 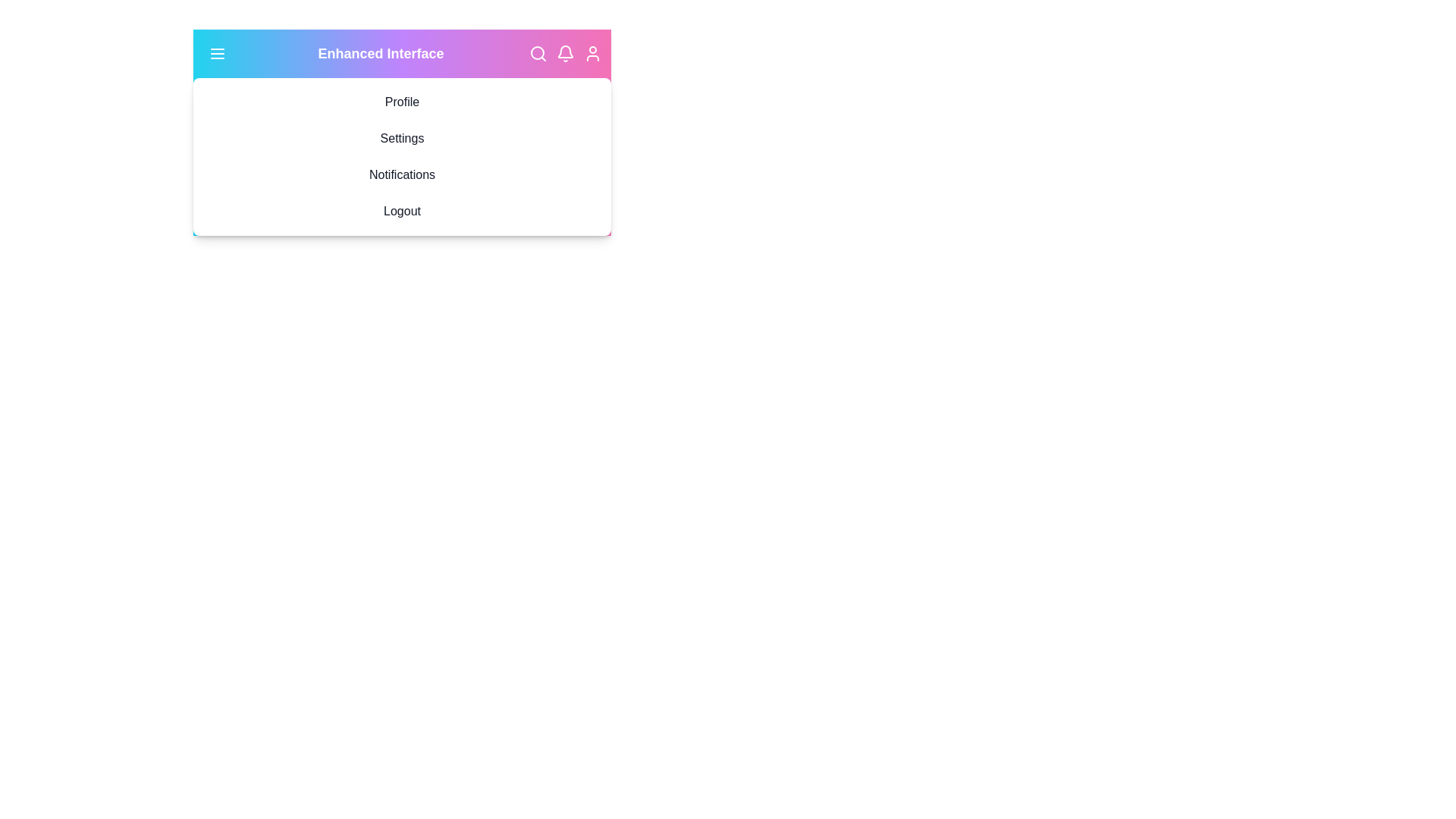 I want to click on the menu option Notifications to observe its hover effect, so click(x=402, y=174).